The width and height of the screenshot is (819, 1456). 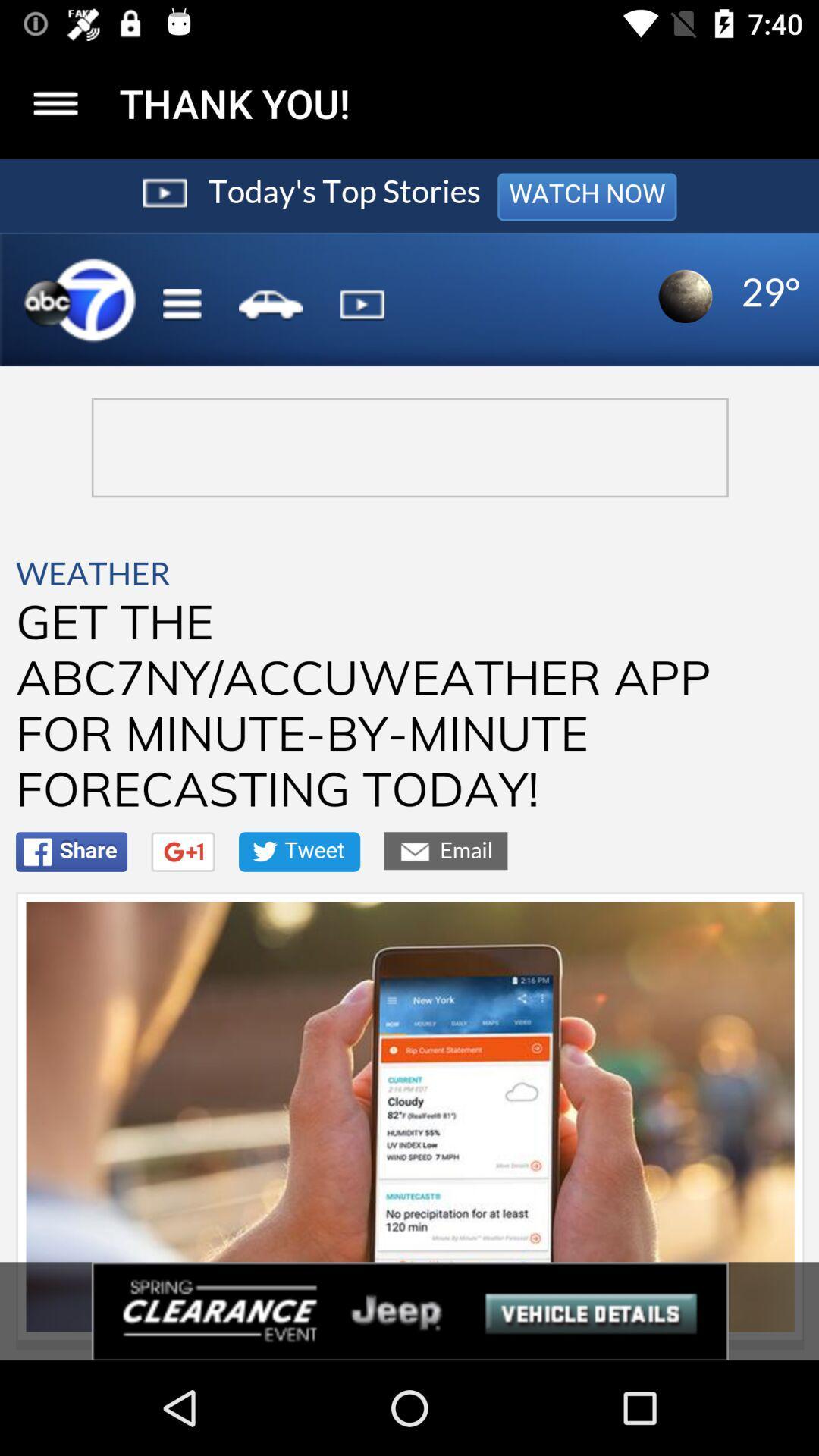 I want to click on option the article, so click(x=55, y=102).